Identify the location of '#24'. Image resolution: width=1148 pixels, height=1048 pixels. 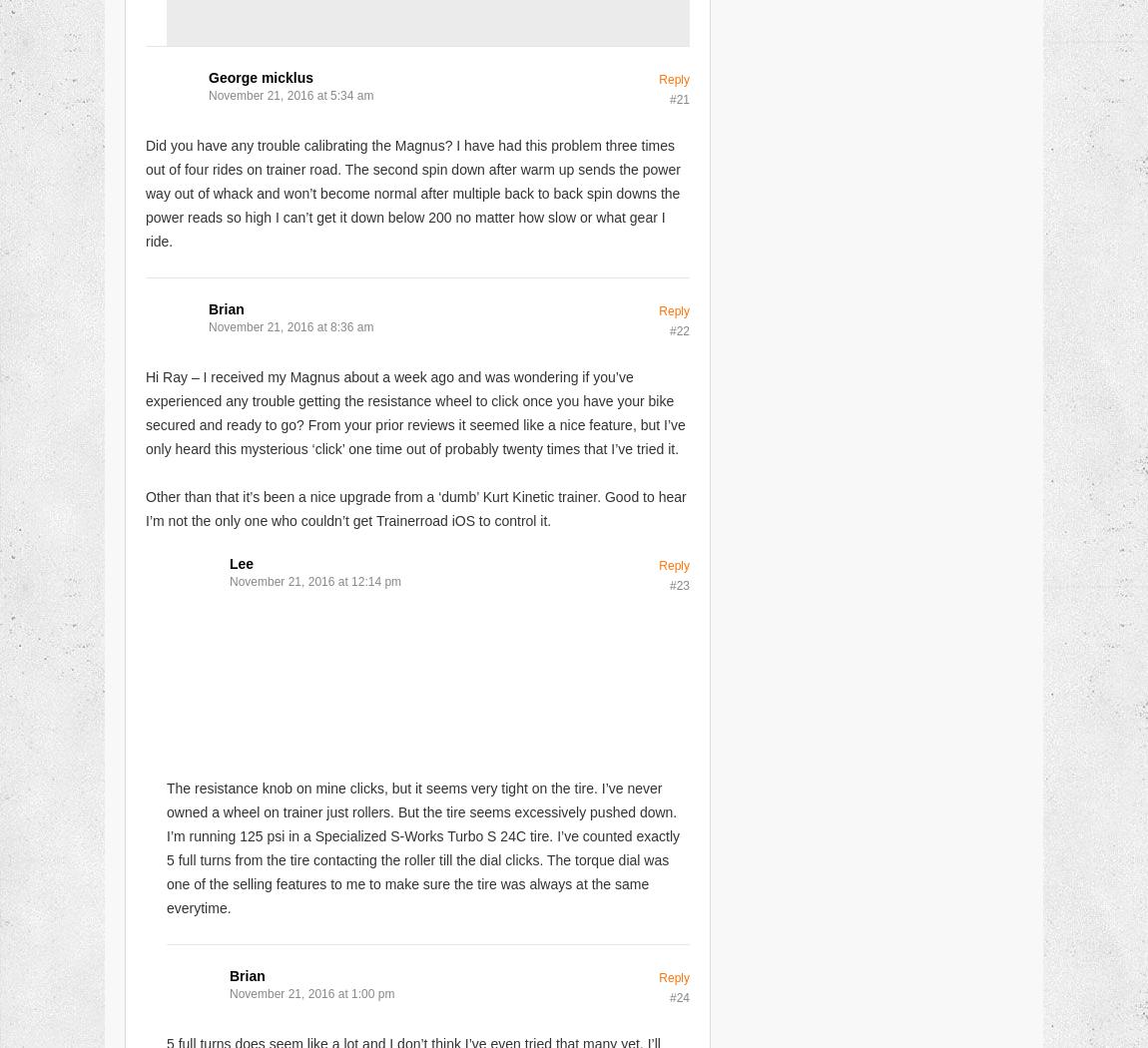
(678, 996).